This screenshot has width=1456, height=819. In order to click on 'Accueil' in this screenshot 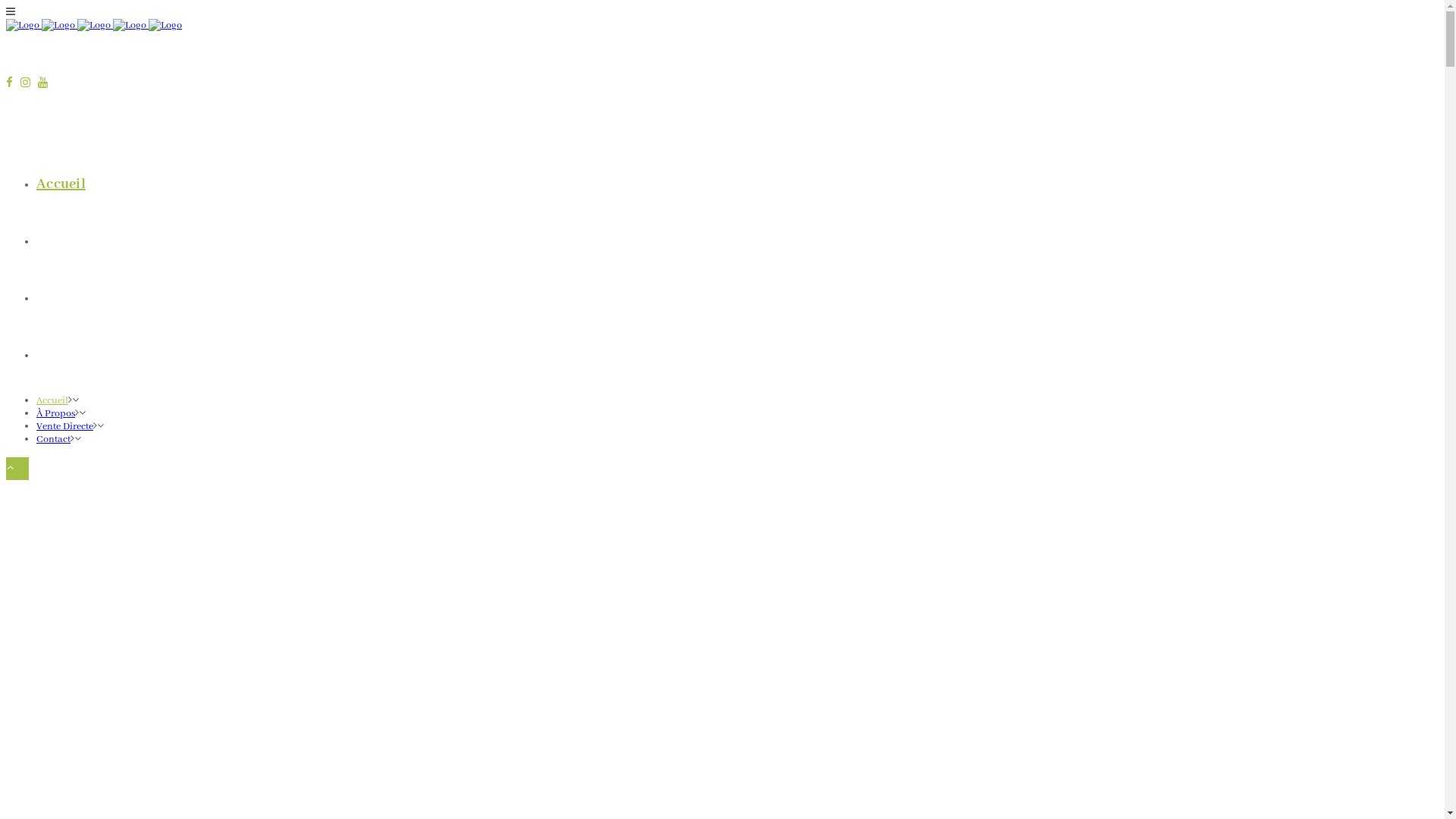, I will do `click(52, 400)`.